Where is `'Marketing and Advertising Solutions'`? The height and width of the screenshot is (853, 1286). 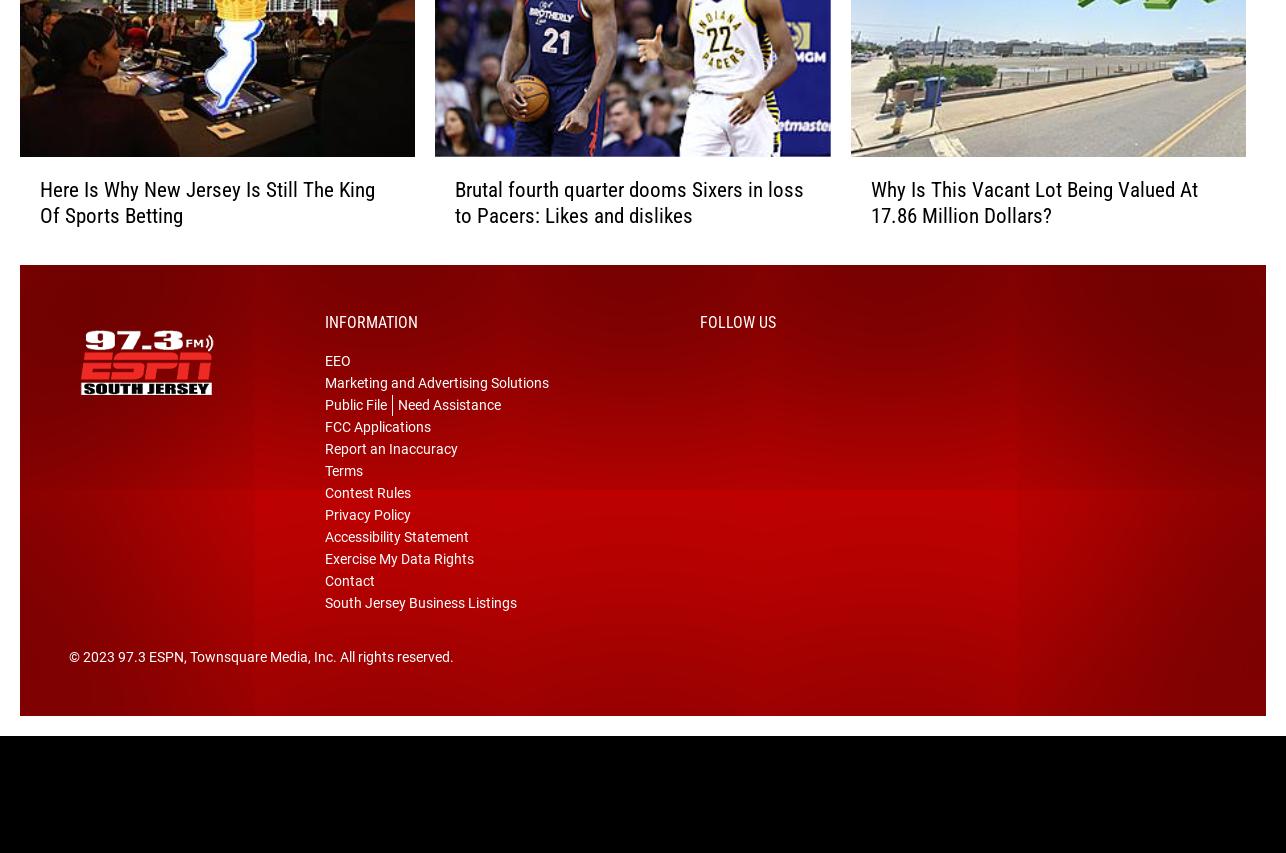
'Marketing and Advertising Solutions' is located at coordinates (435, 412).